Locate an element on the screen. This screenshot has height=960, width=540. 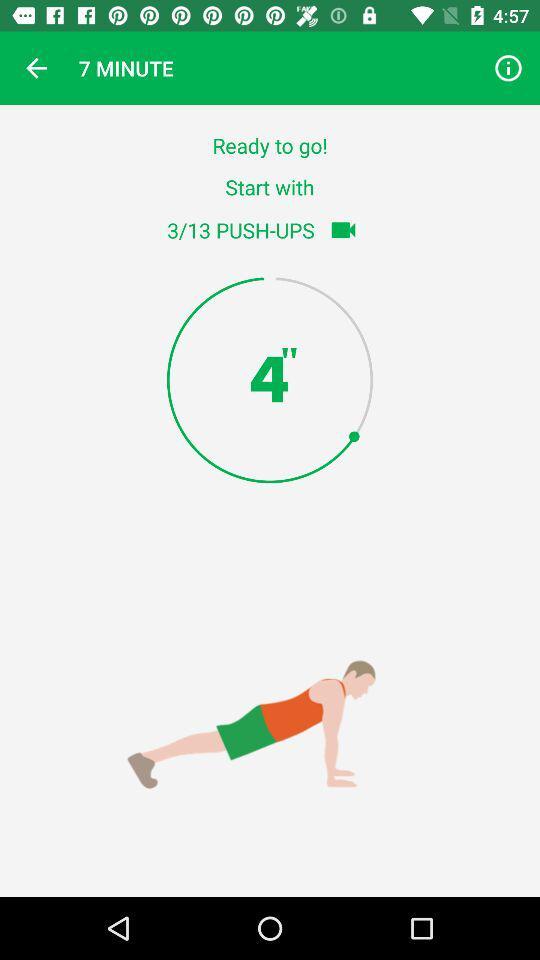
the icon next to 3 13 push item is located at coordinates (342, 230).